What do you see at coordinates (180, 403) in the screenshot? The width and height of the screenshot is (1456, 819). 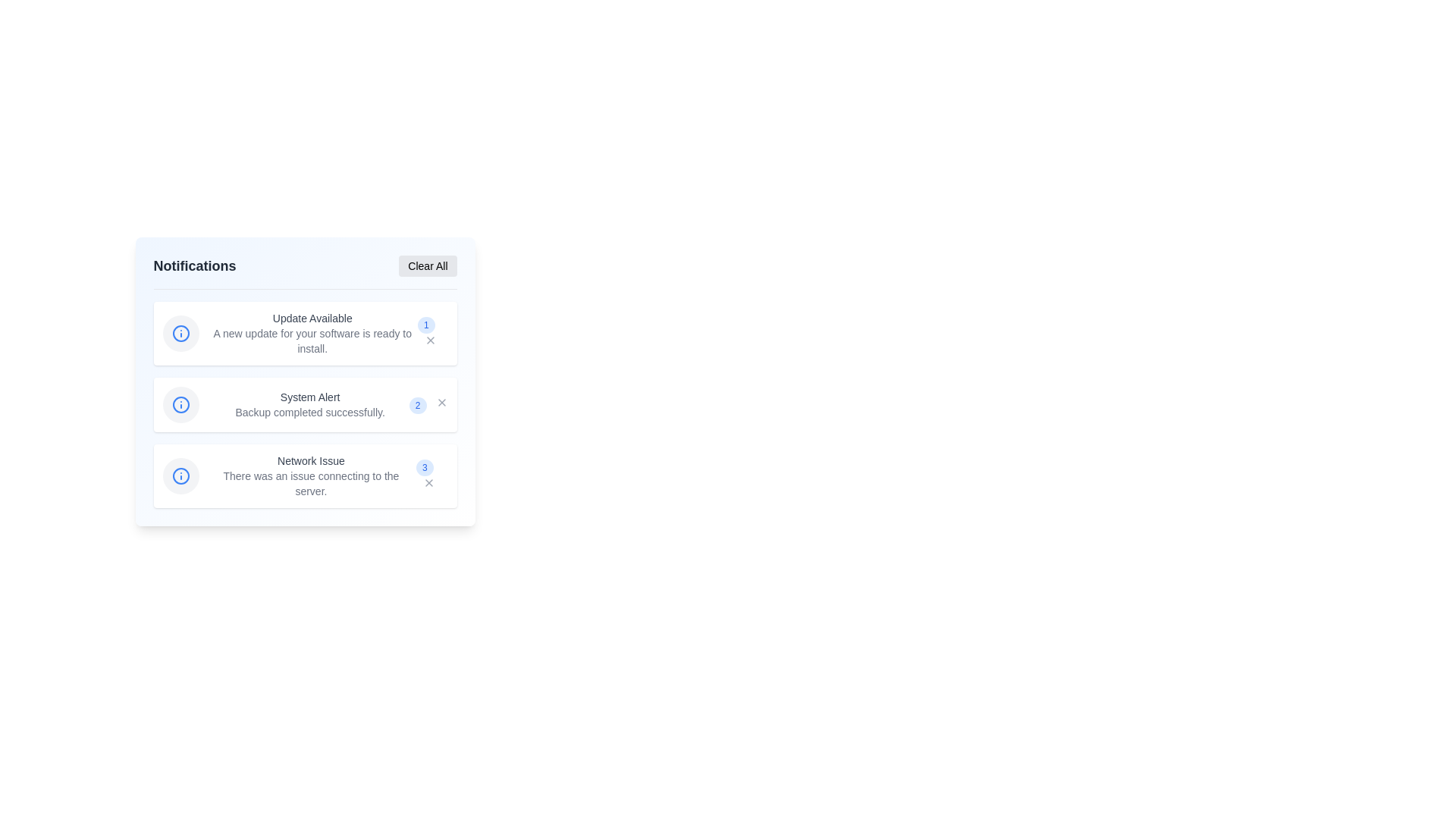 I see `the informational icon indicating 'System Alert', which is positioned at the leftmost side of the notification row, aligned with the title 'System Alert'` at bounding box center [180, 403].